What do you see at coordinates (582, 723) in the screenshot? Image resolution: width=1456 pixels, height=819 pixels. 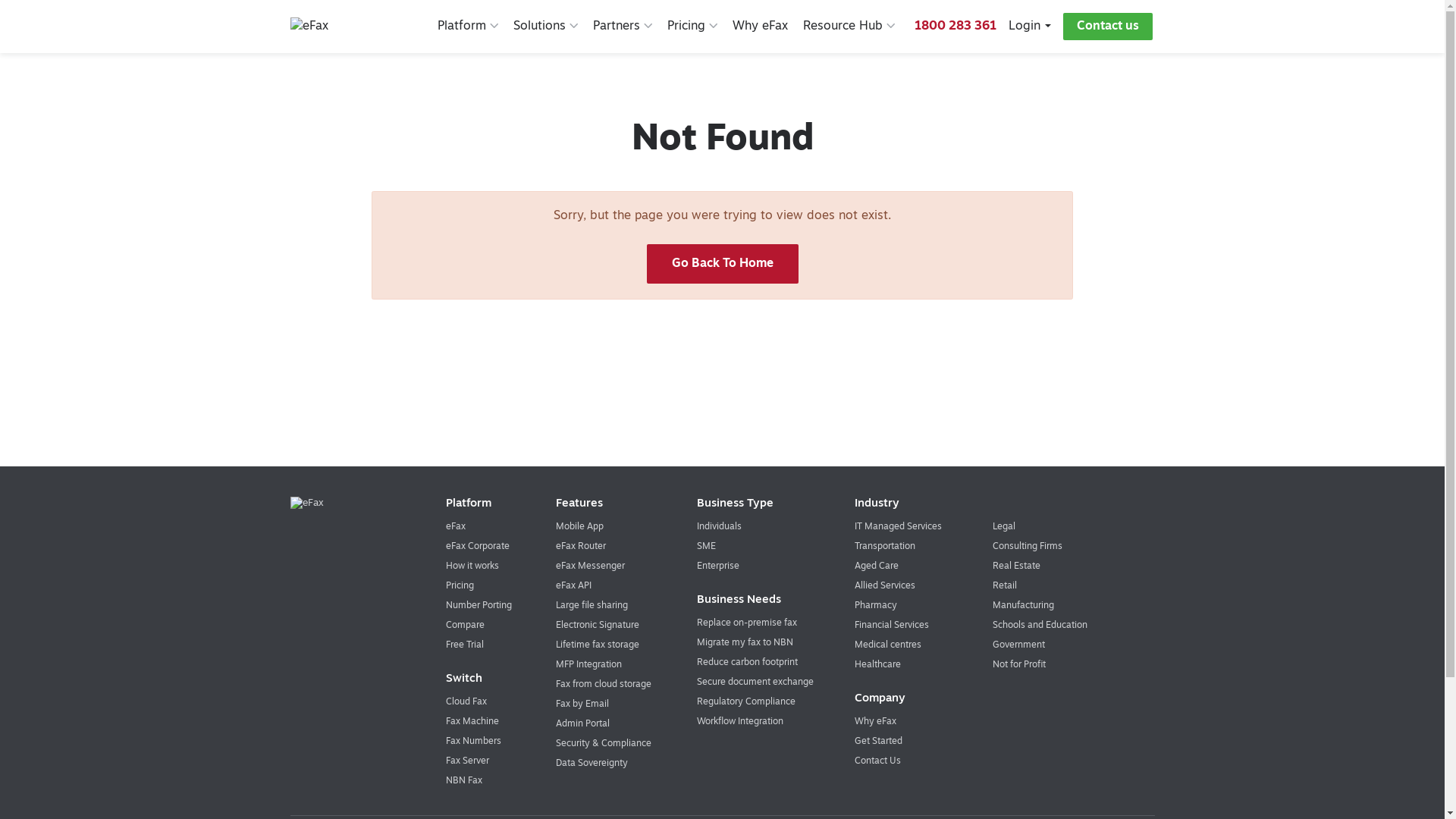 I see `'Admin Portal'` at bounding box center [582, 723].